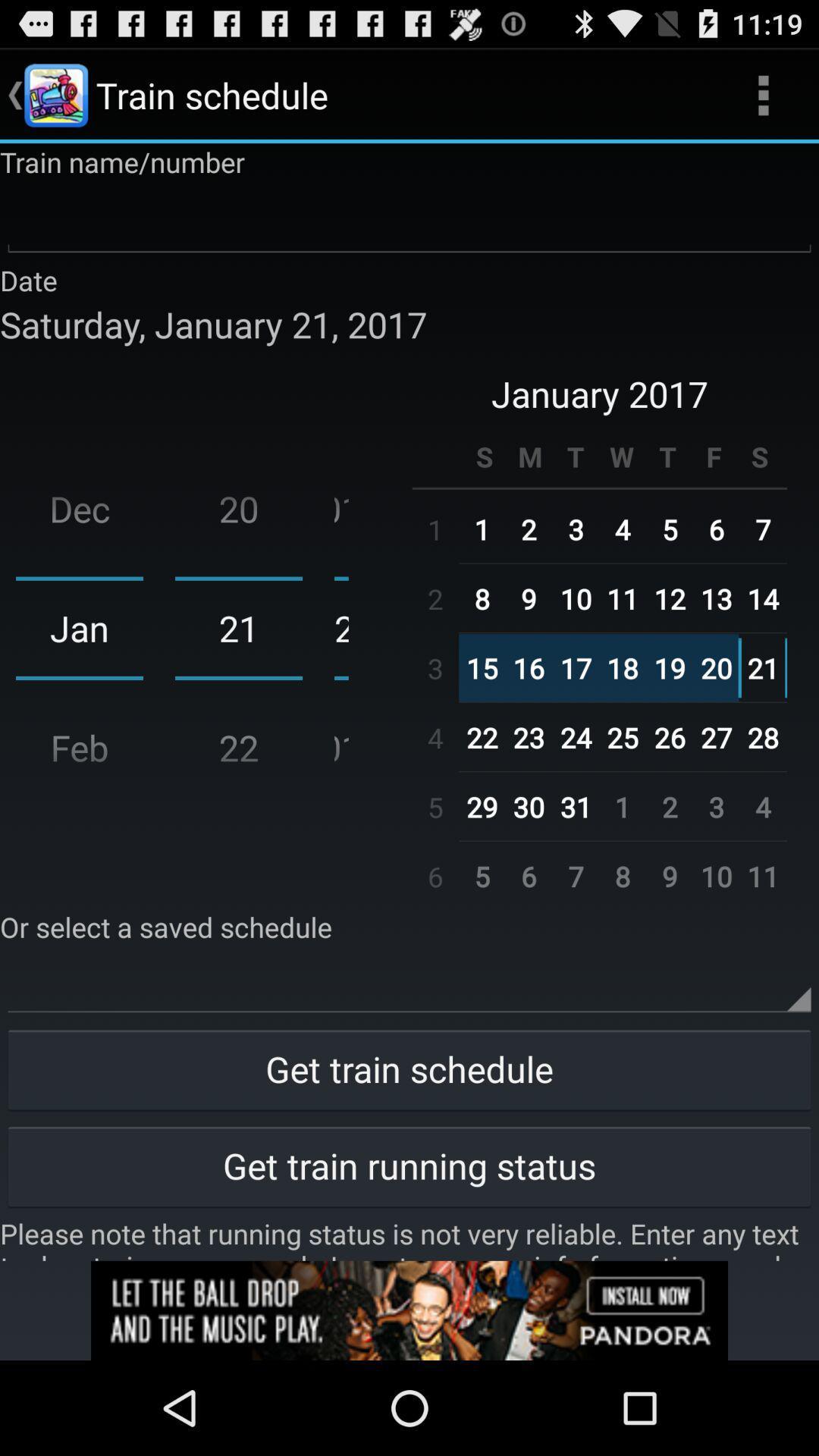 The height and width of the screenshot is (1456, 819). Describe the element at coordinates (409, 1310) in the screenshot. I see `advertisement` at that location.